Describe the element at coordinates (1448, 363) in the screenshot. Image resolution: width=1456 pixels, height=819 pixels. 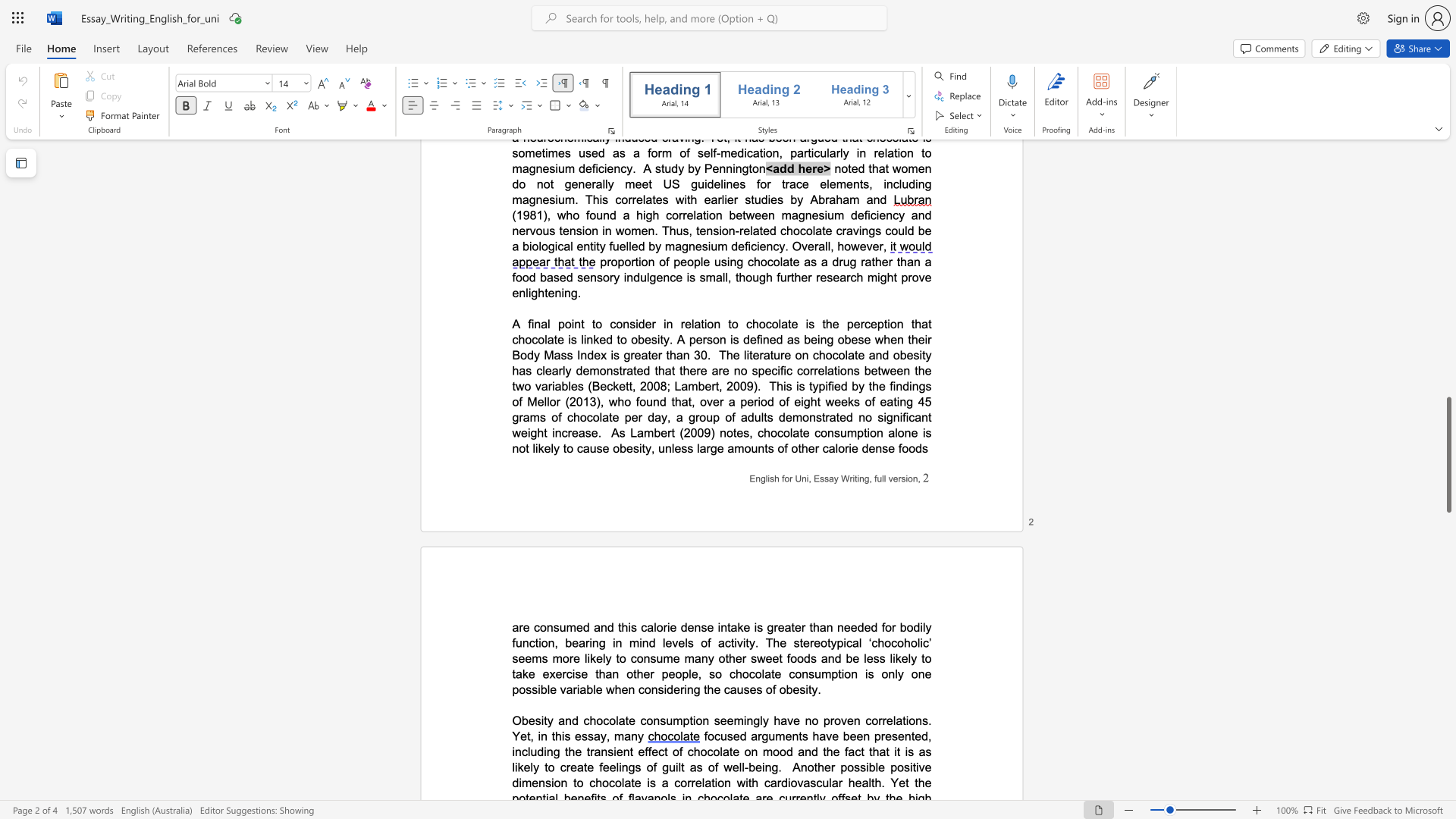
I see `the page's right scrollbar for upward movement` at that location.